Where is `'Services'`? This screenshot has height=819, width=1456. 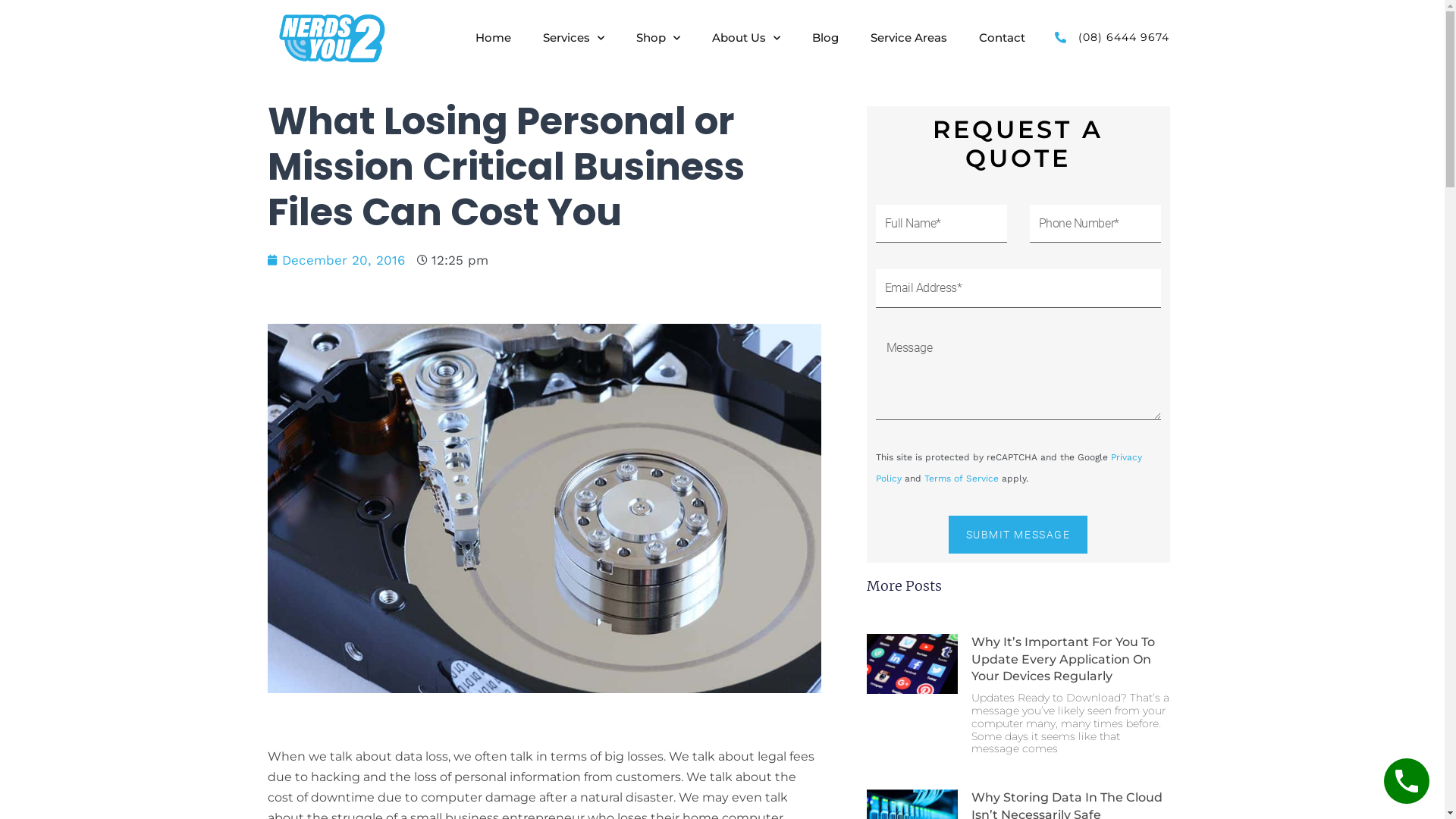 'Services' is located at coordinates (573, 37).